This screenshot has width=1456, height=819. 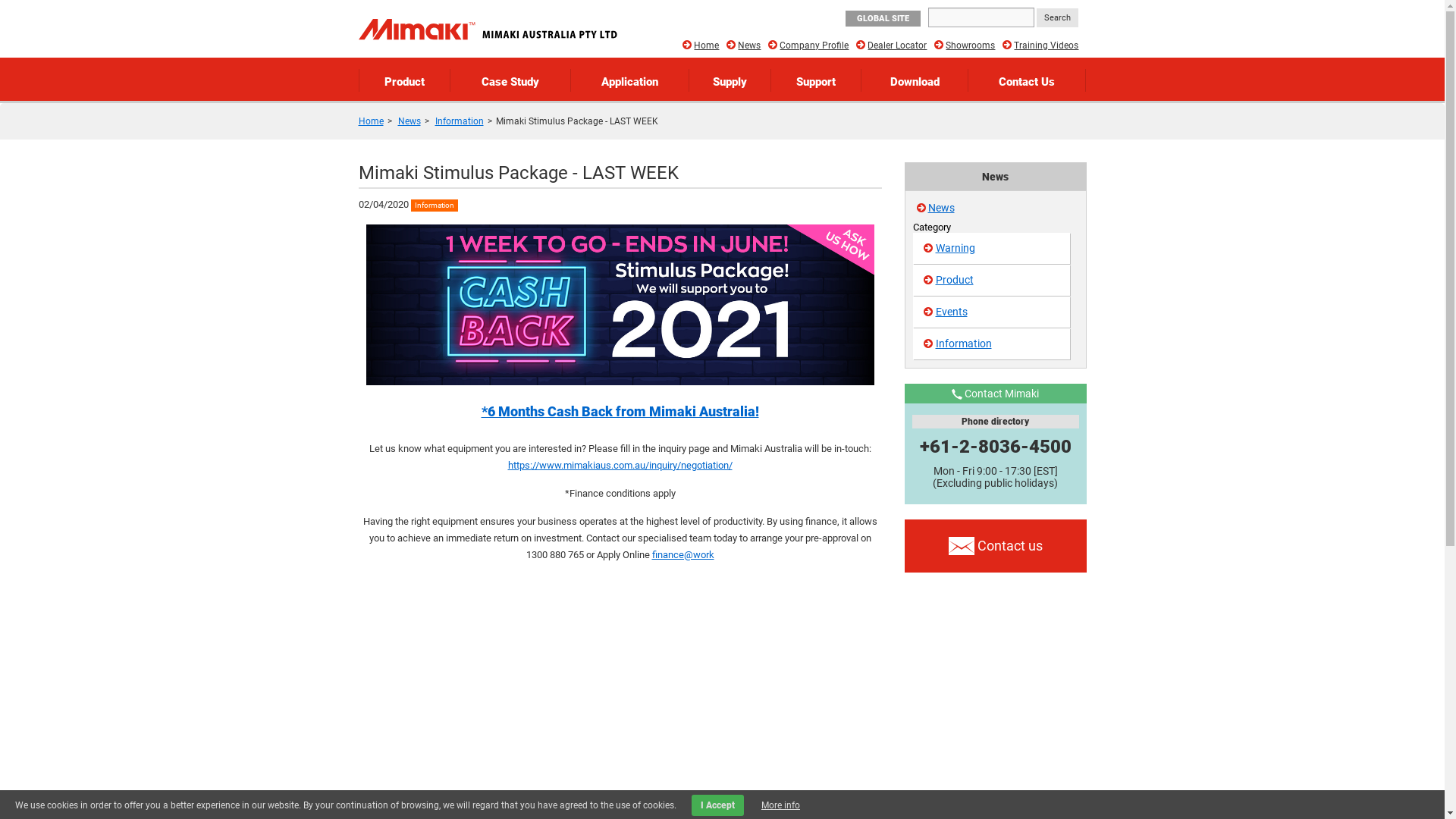 I want to click on 'Home', so click(x=356, y=120).